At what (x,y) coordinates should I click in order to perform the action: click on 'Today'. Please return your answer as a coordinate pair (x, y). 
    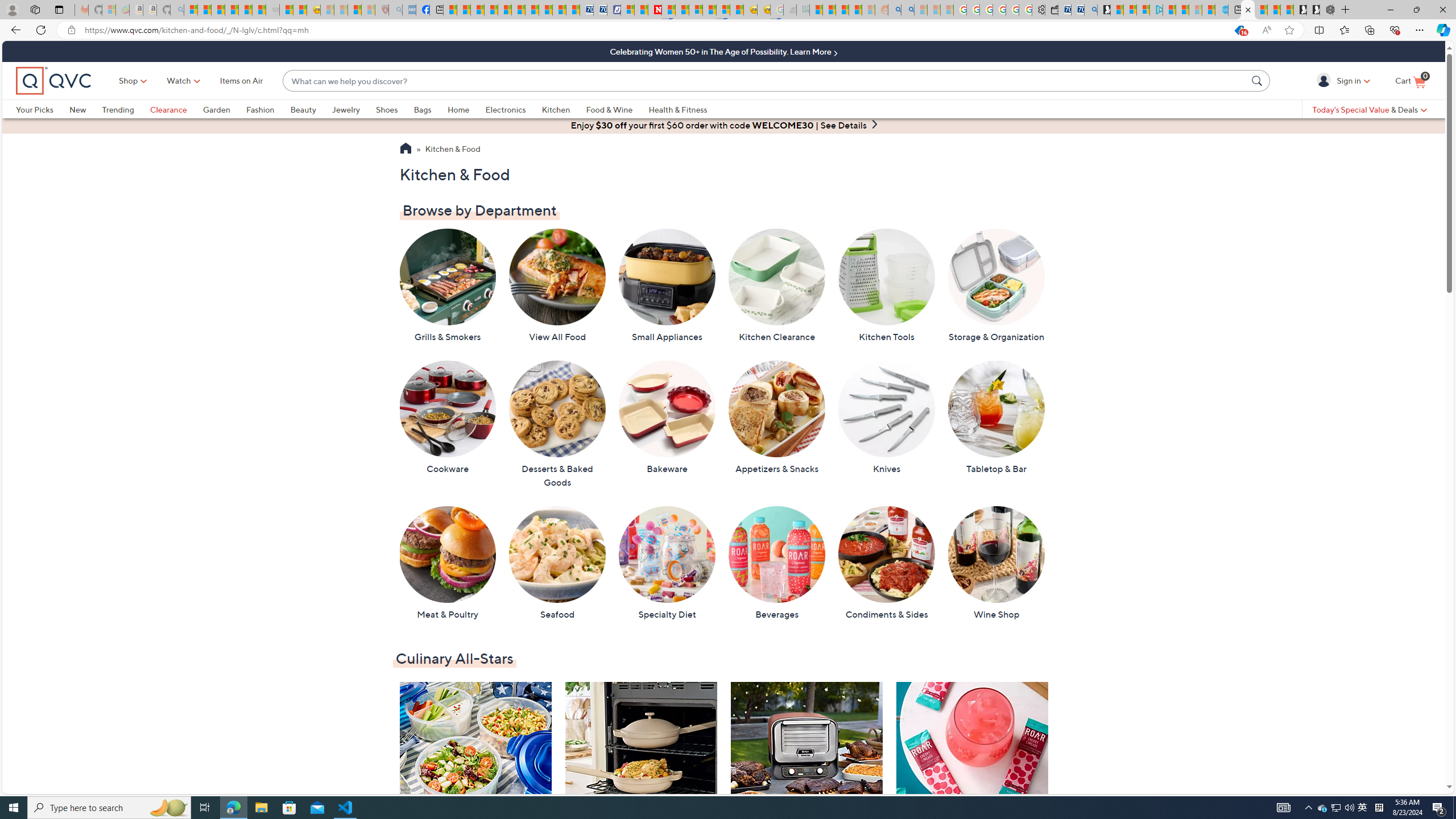
    Looking at the image, I should click on (1368, 109).